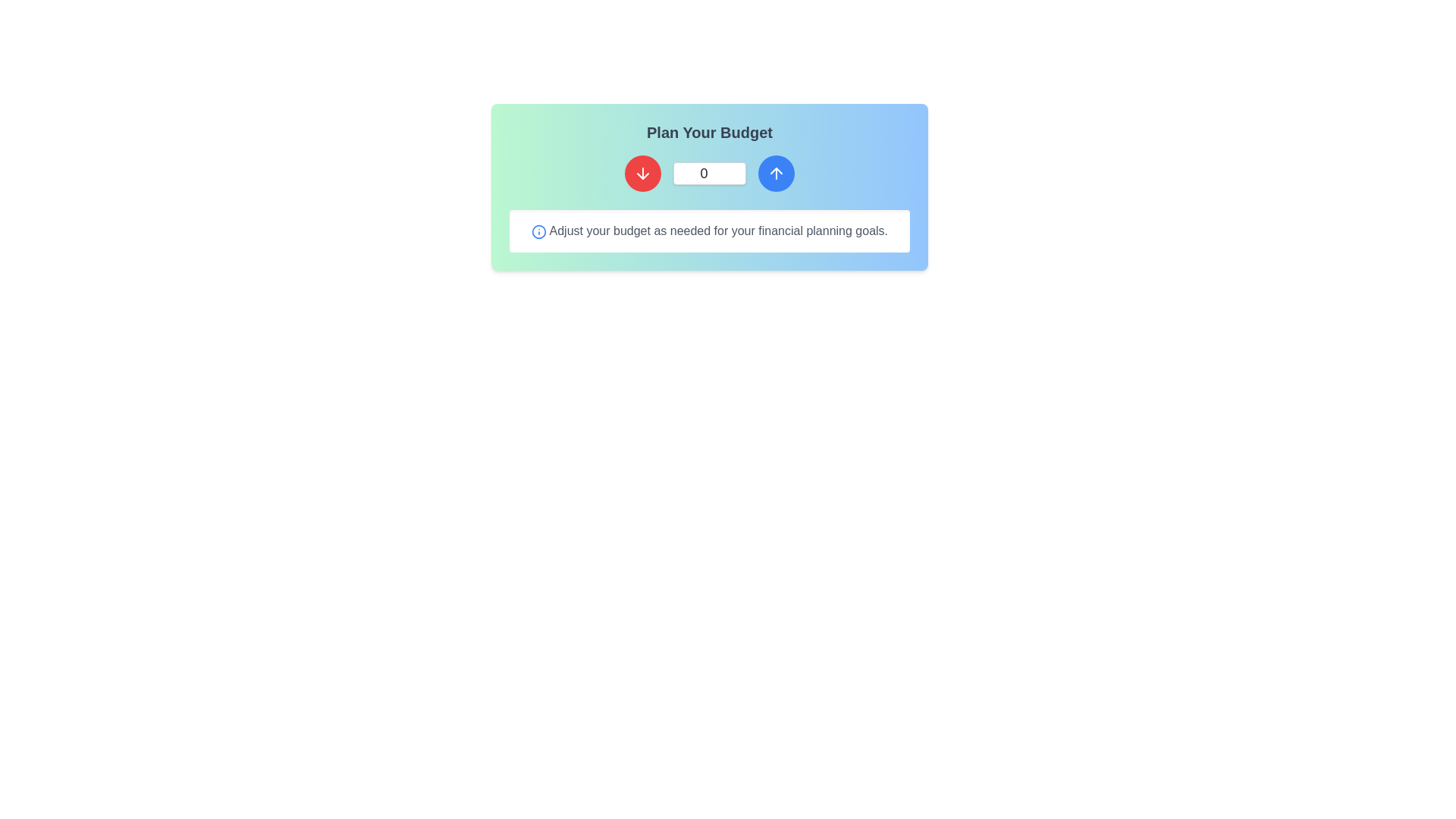 Image resolution: width=1456 pixels, height=819 pixels. What do you see at coordinates (776, 172) in the screenshot?
I see `the upward arrow icon embedded in the blue circular button on the right side of the layout` at bounding box center [776, 172].